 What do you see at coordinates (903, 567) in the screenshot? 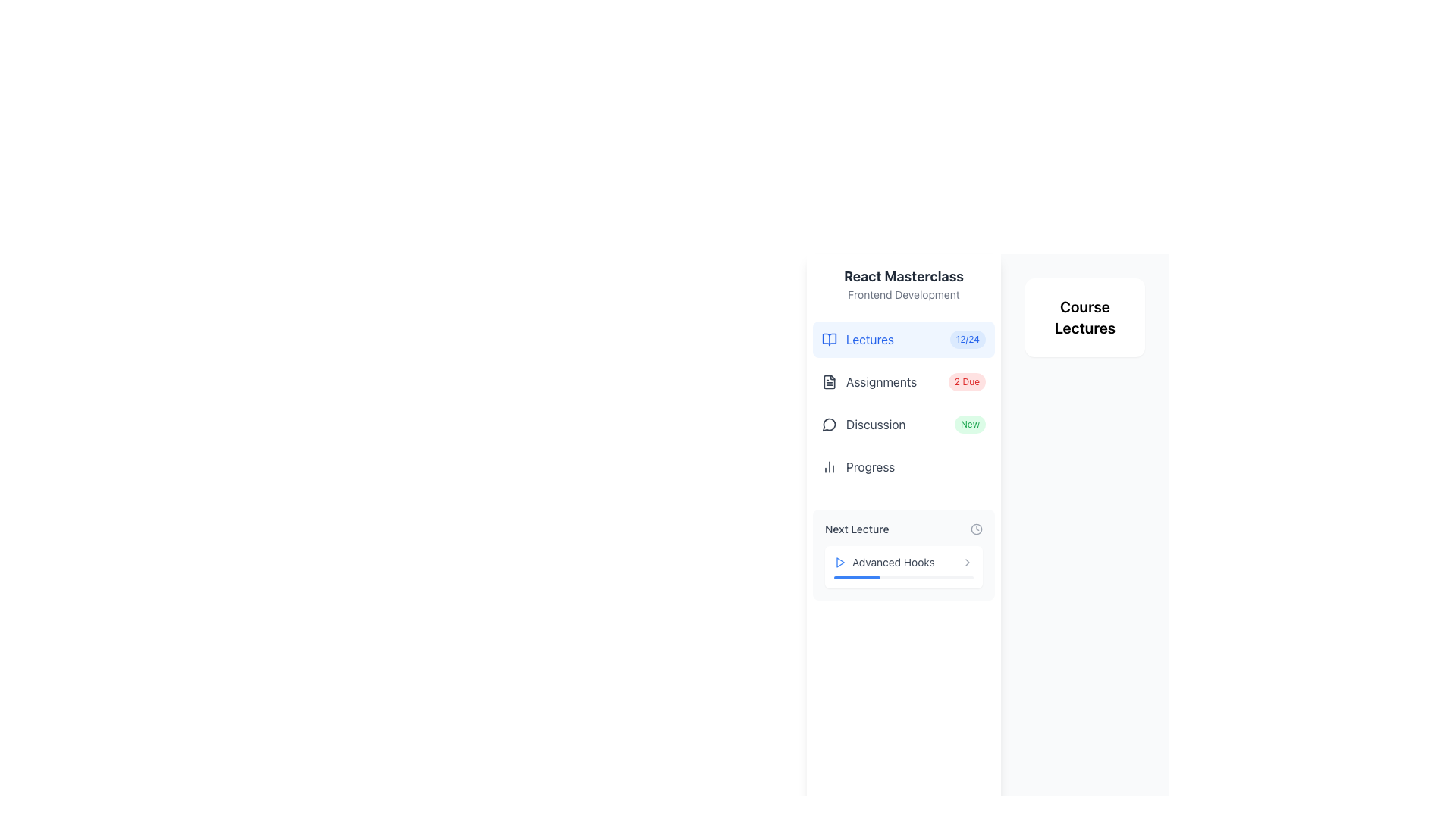
I see `the 'Advanced Hooks' button-like card element located in the 'Next Lecture' section` at bounding box center [903, 567].